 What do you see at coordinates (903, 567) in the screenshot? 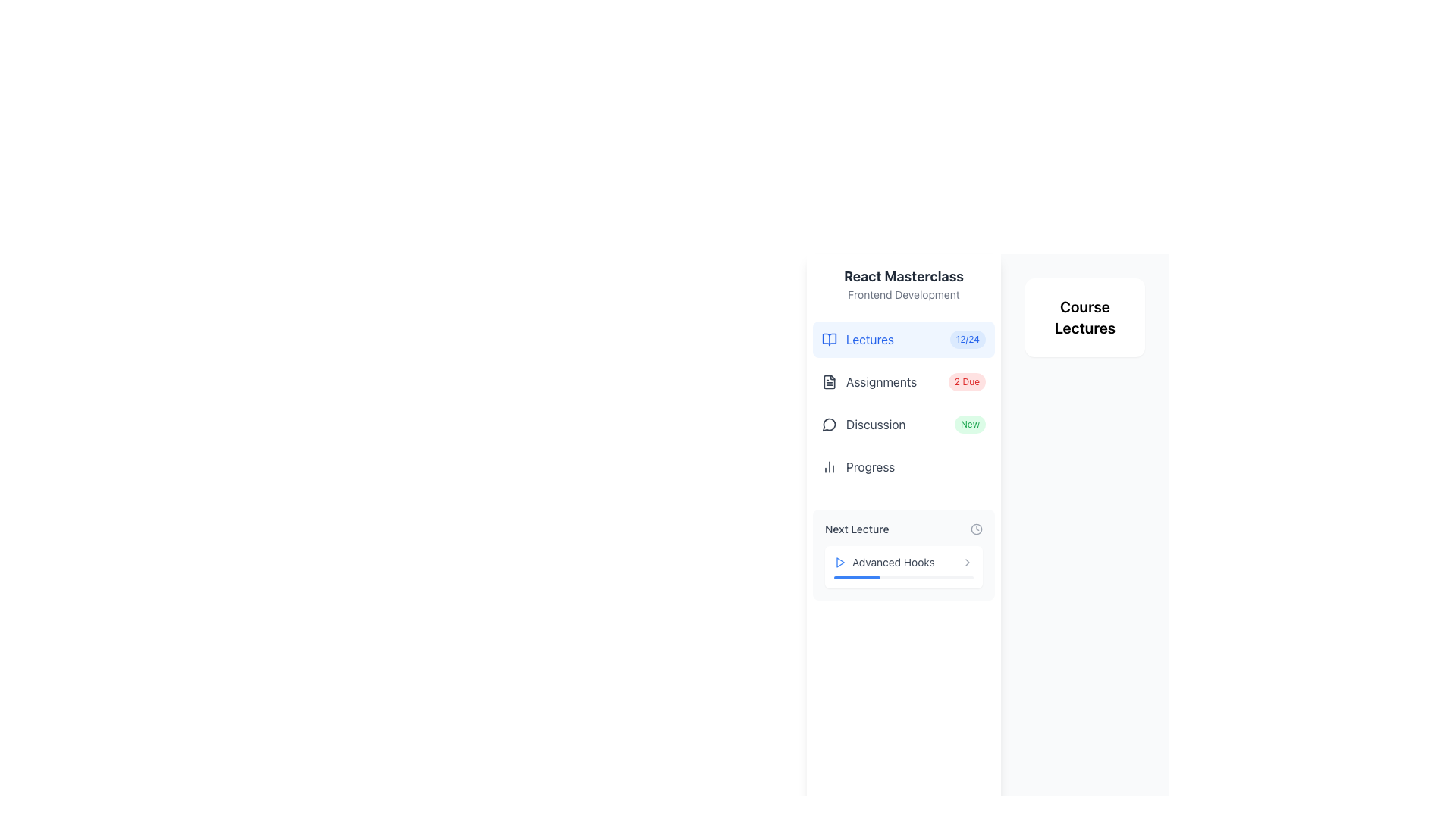
I see `the 'Advanced Hooks' button-like card element located in the 'Next Lecture' section` at bounding box center [903, 567].